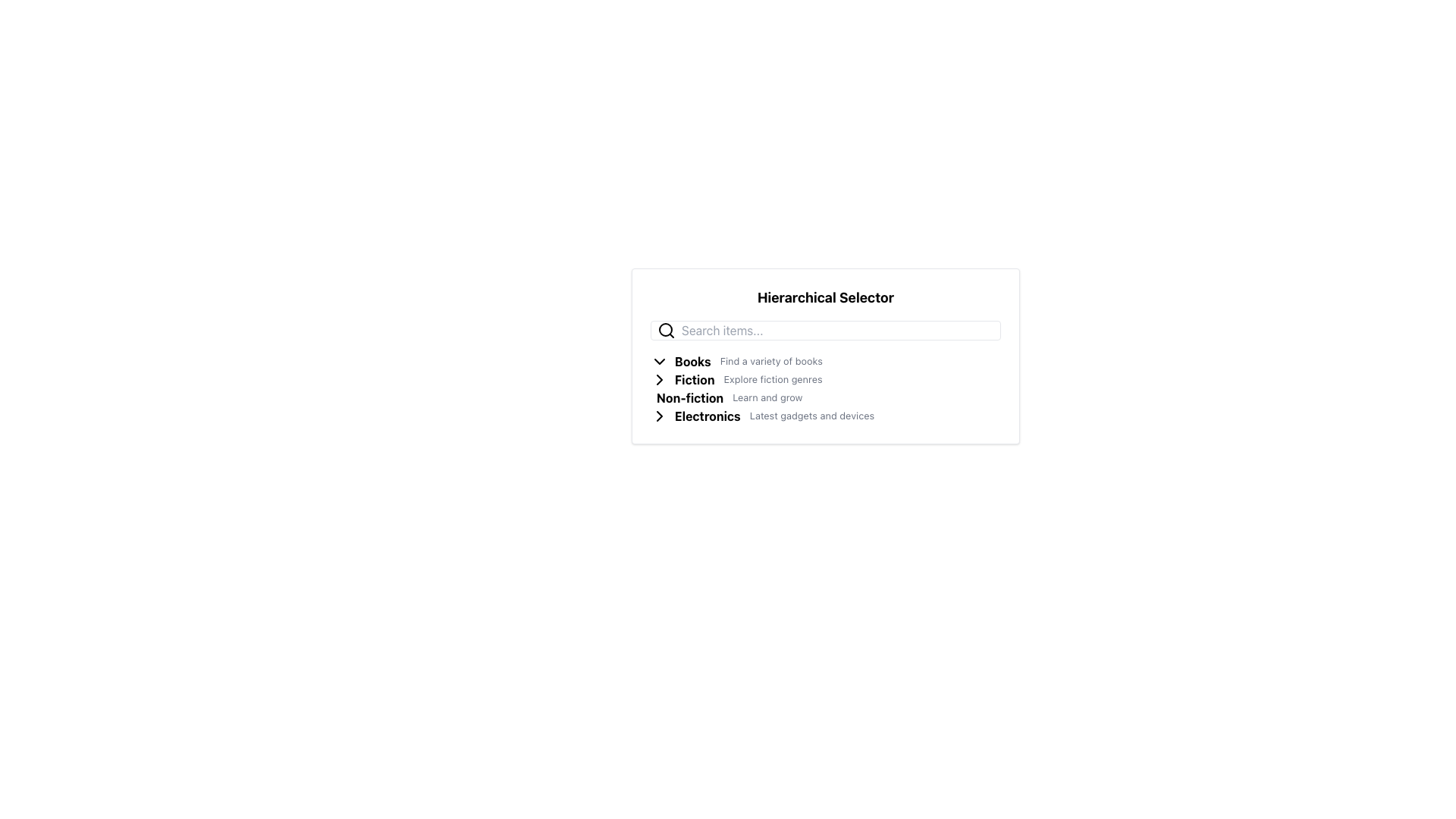  What do you see at coordinates (662, 379) in the screenshot?
I see `the rightward-pointing black chevron icon located to the left of the 'Fiction' text in the hierarchical menu to indicate its interactivity` at bounding box center [662, 379].